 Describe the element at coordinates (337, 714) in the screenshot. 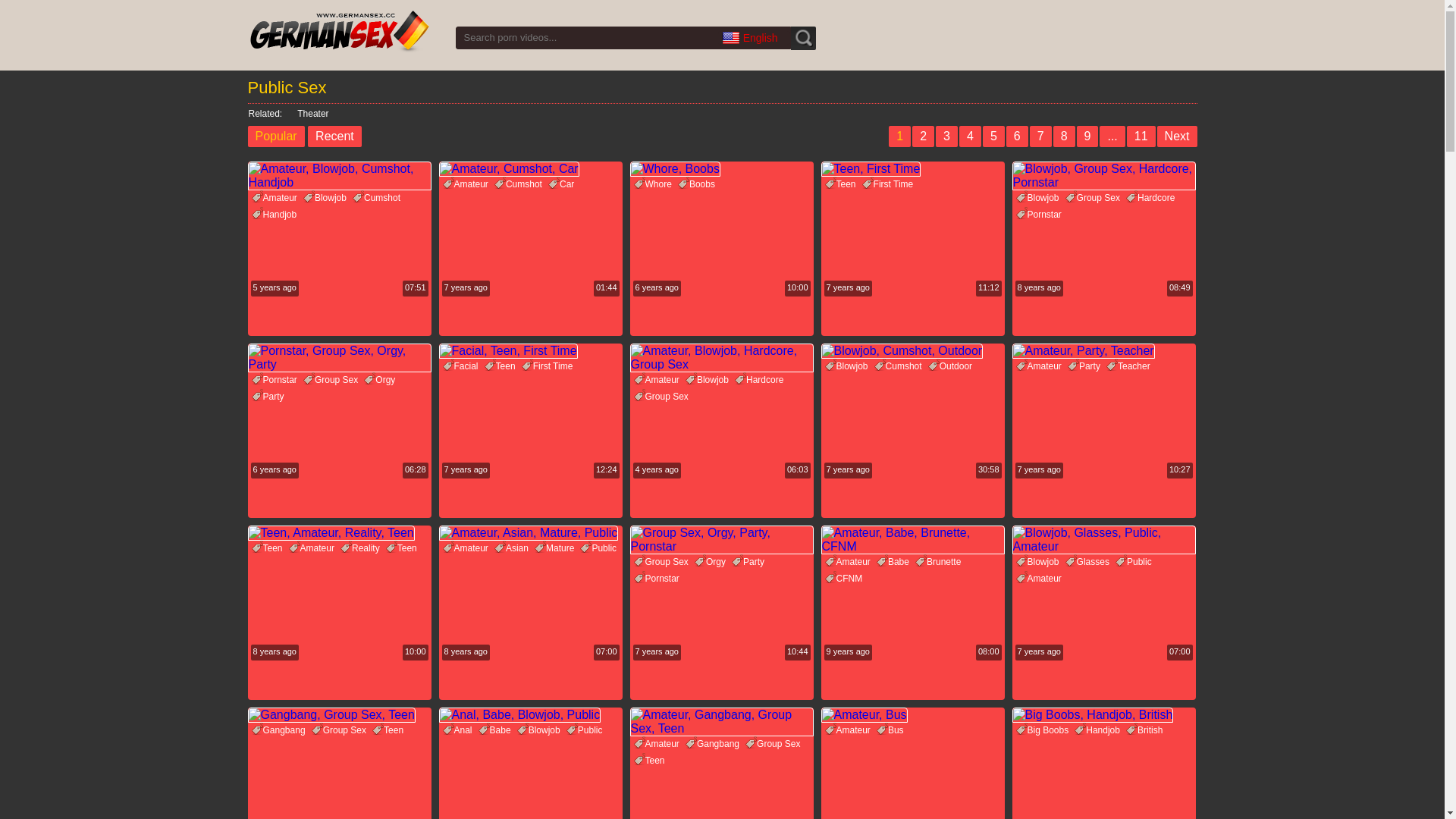

I see `'Gangbang, Group Sex, Teen'` at that location.